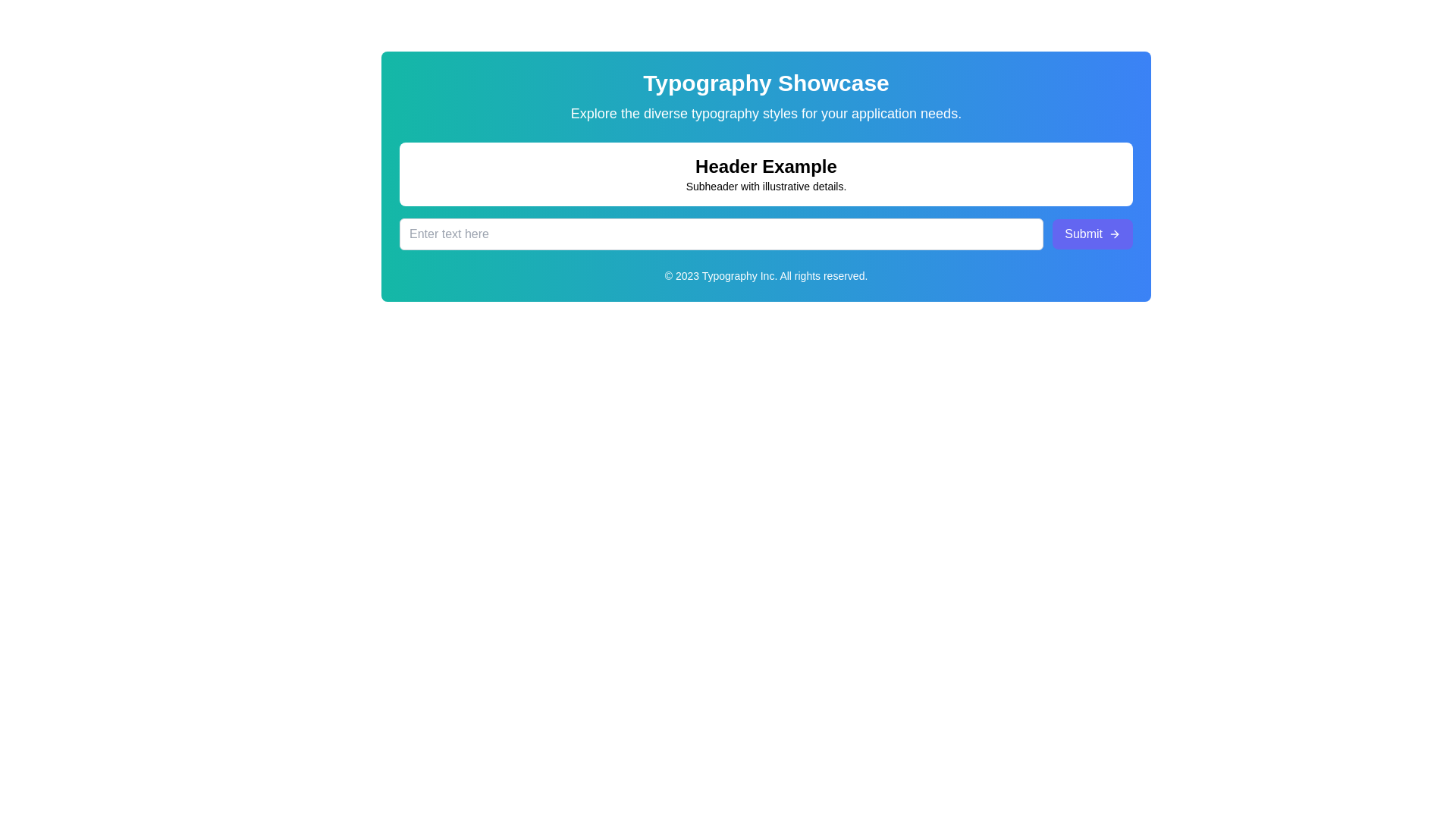 The height and width of the screenshot is (819, 1456). I want to click on the 'Submit' text label, which is styled with a white font color on a blue background and located in the bottom right corner of the form area, to the left of an arrow-shaped icon, so click(1083, 234).